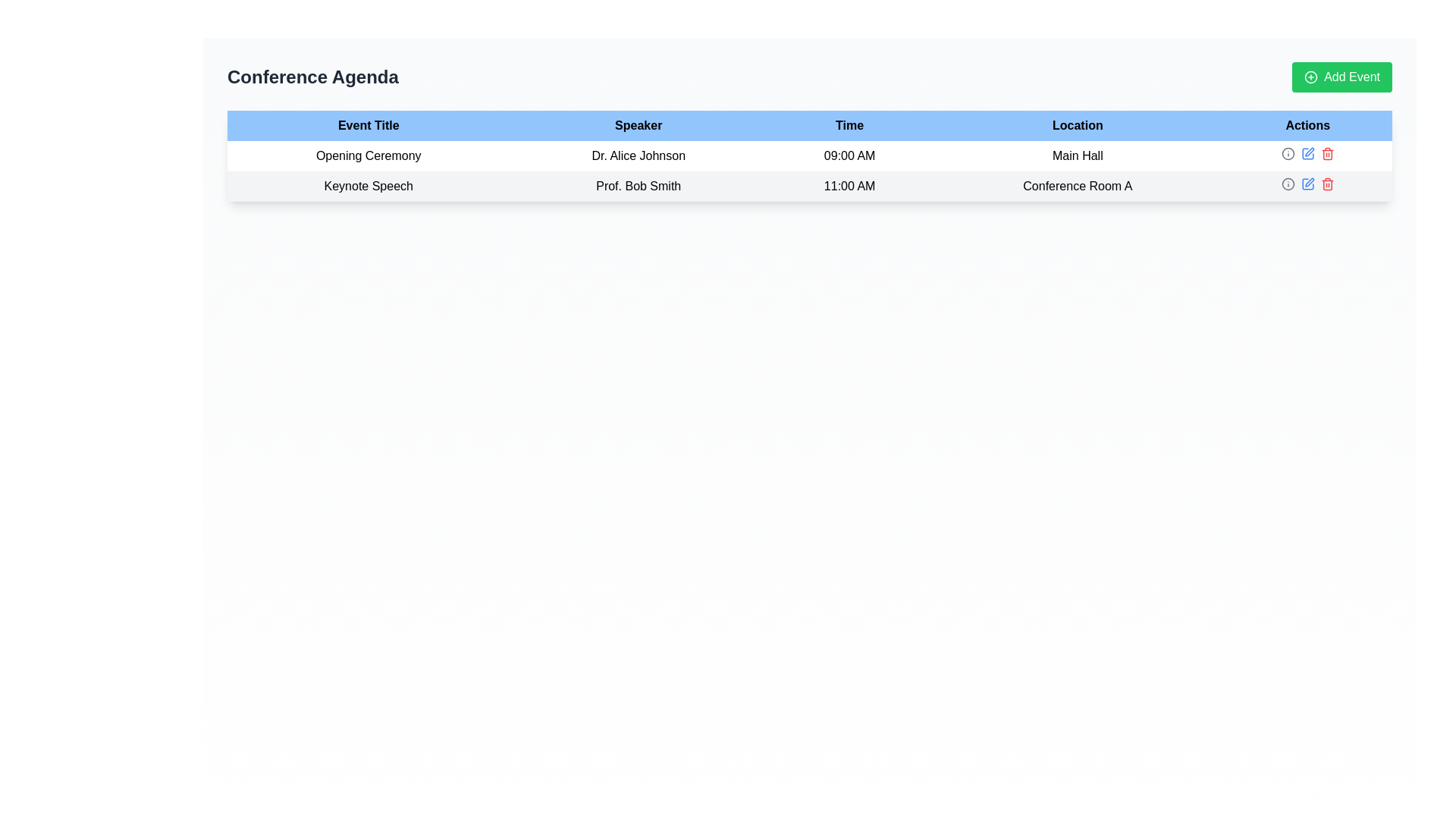  Describe the element at coordinates (639, 124) in the screenshot. I see `the label for the second column in the table header that indicates speakers associated with events, located between 'Event Title' and 'Time'` at that location.